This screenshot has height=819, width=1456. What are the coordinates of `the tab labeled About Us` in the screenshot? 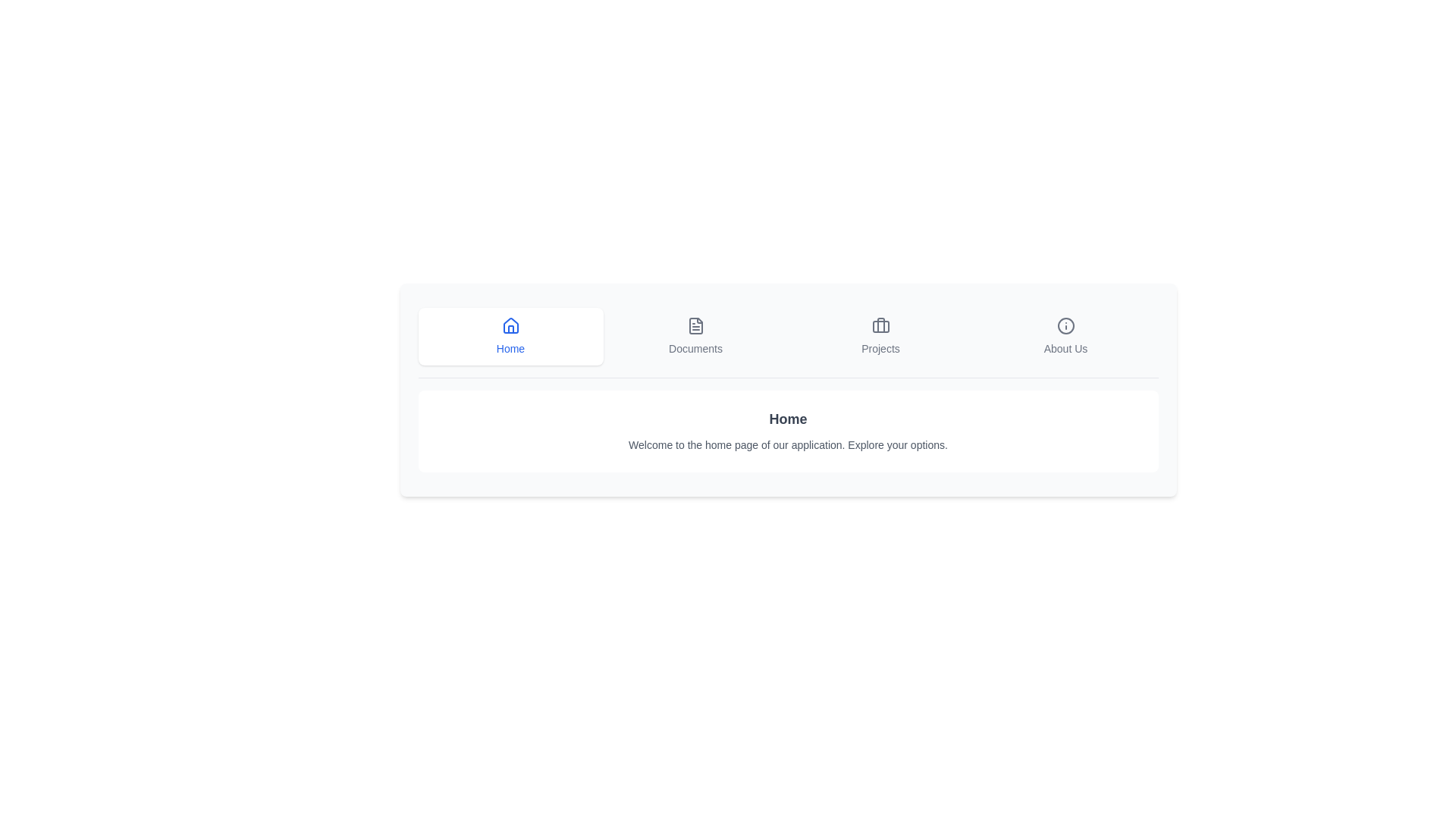 It's located at (1065, 335).